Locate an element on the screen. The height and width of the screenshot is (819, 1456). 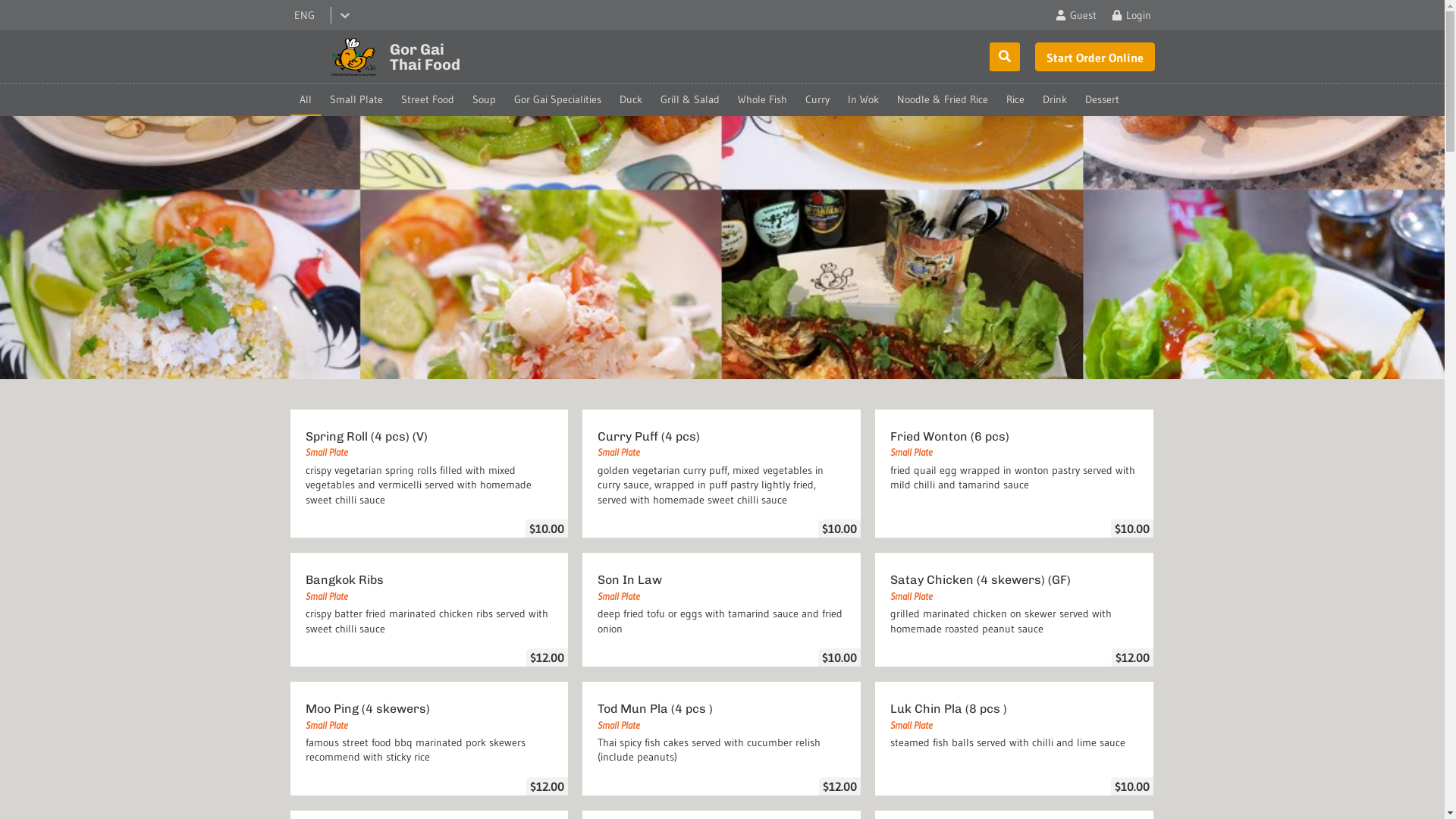
'Order Online' is located at coordinates (1094, 55).